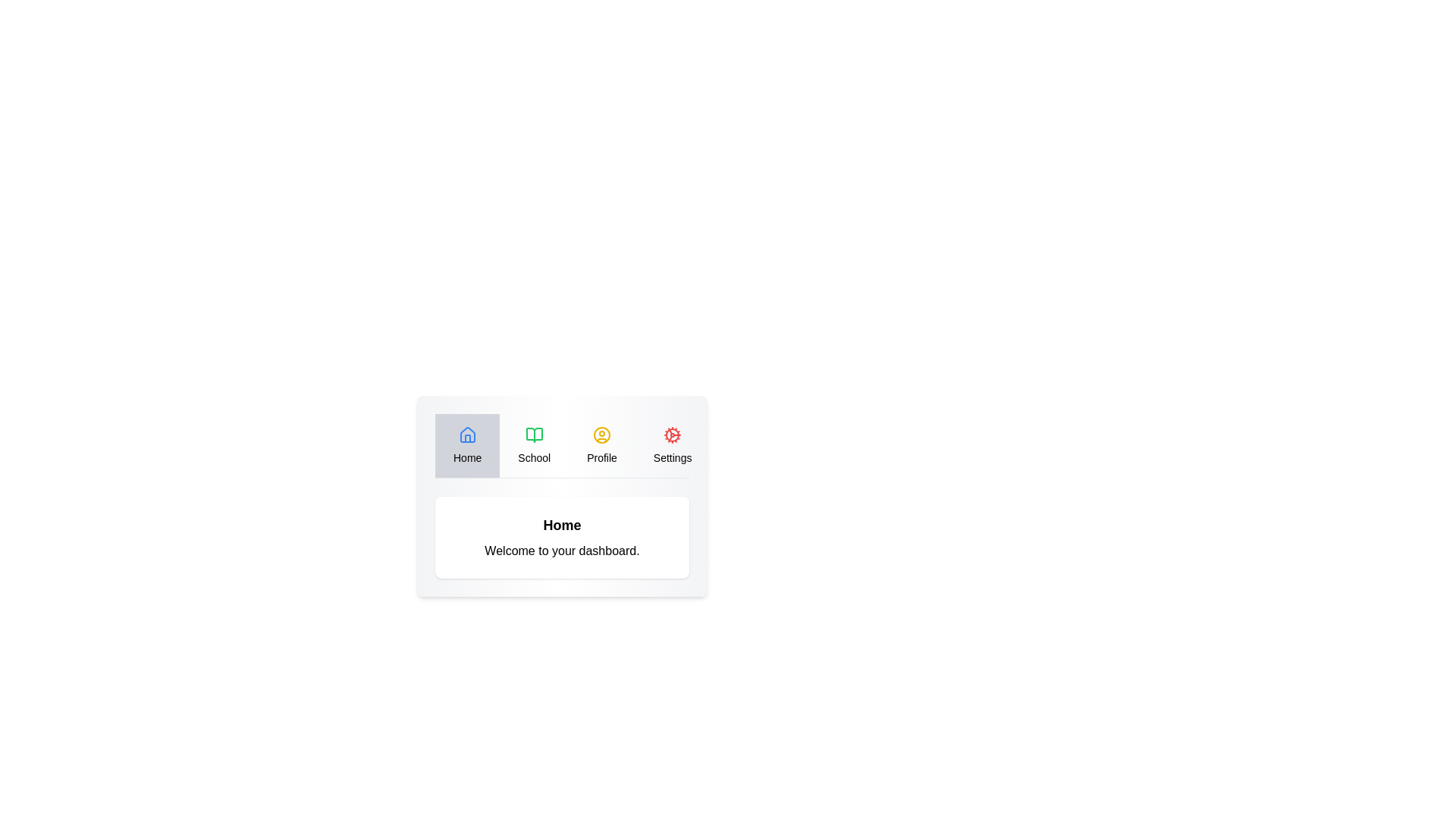 The height and width of the screenshot is (819, 1456). I want to click on the icon corresponding to the School tab, so click(534, 435).